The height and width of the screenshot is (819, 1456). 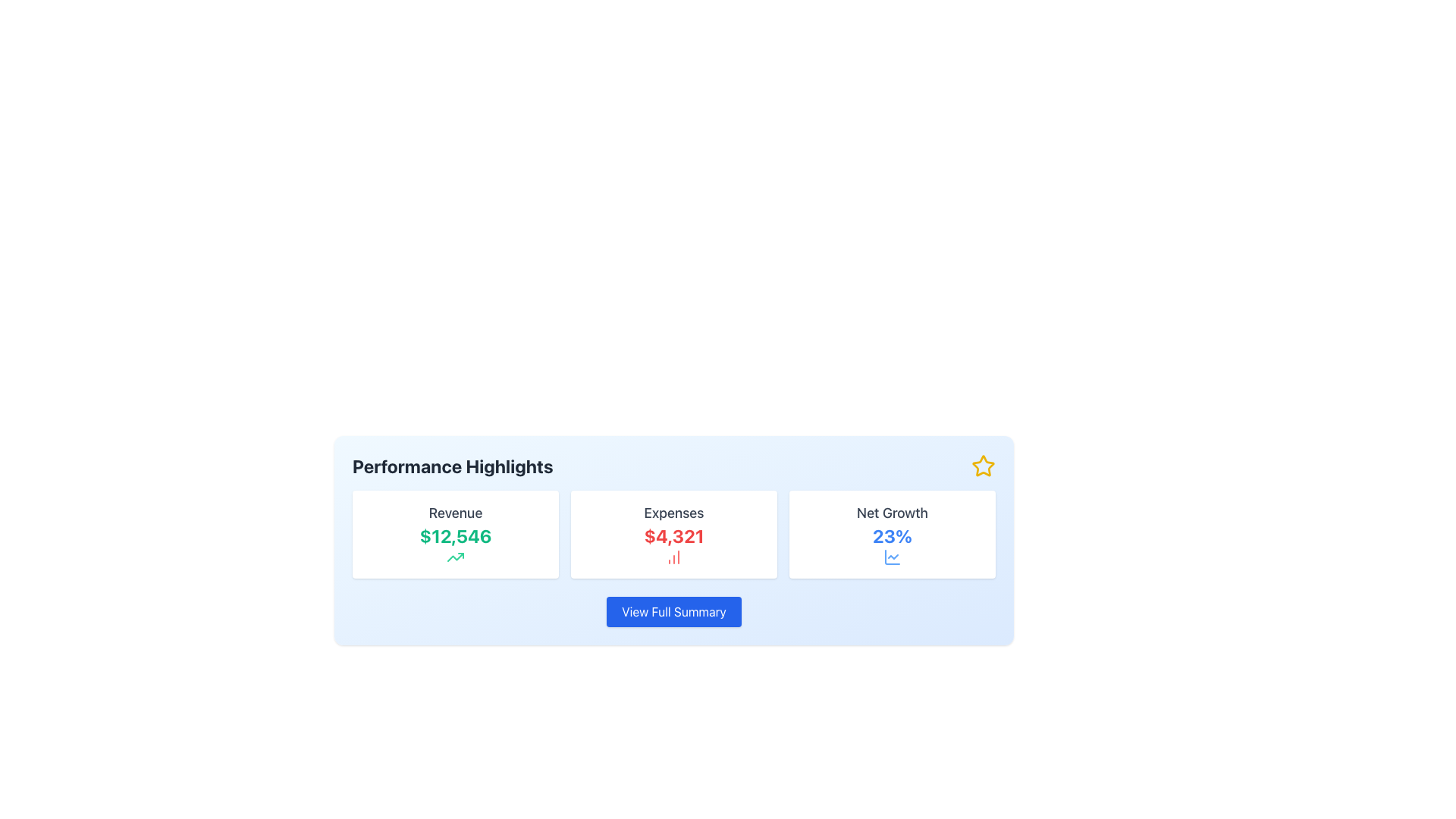 What do you see at coordinates (673, 557) in the screenshot?
I see `the small red bar chart icon located in the Expenses section, directly beneath the text '$4,321'` at bounding box center [673, 557].